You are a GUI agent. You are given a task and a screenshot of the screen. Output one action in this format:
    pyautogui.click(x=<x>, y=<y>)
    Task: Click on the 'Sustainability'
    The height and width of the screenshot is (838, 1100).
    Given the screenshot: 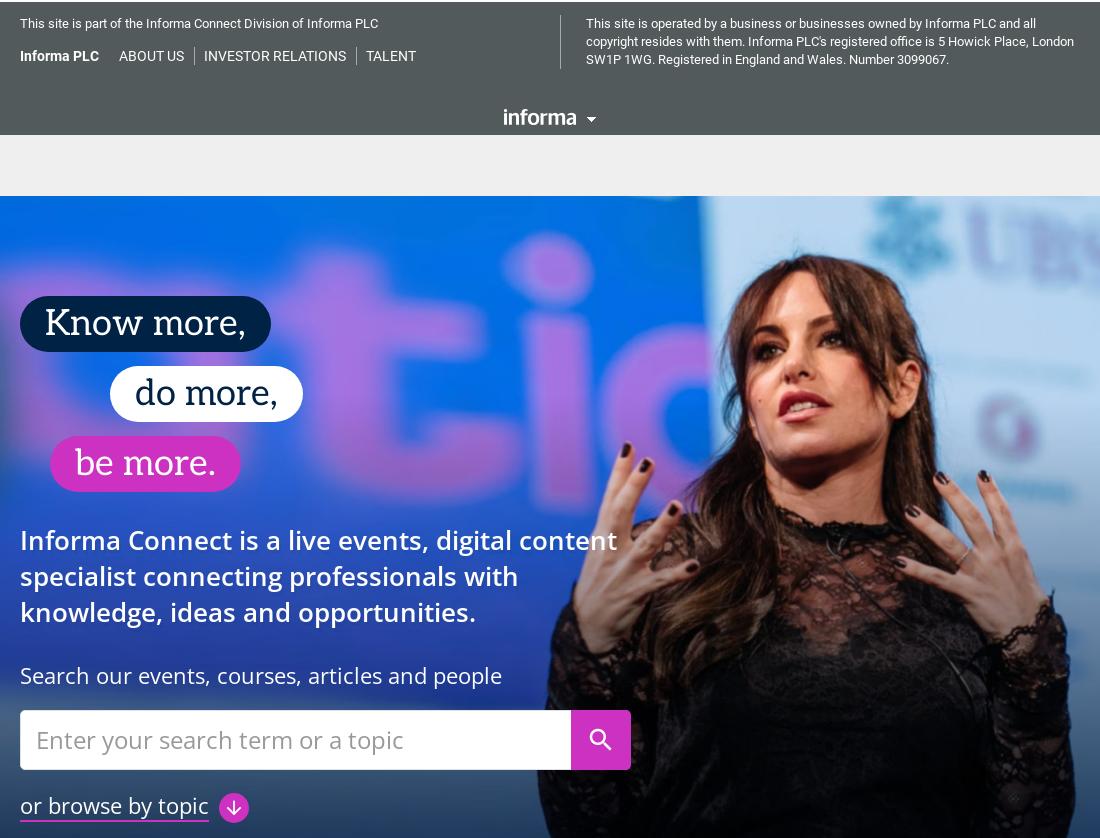 What is the action you would take?
    pyautogui.click(x=689, y=30)
    